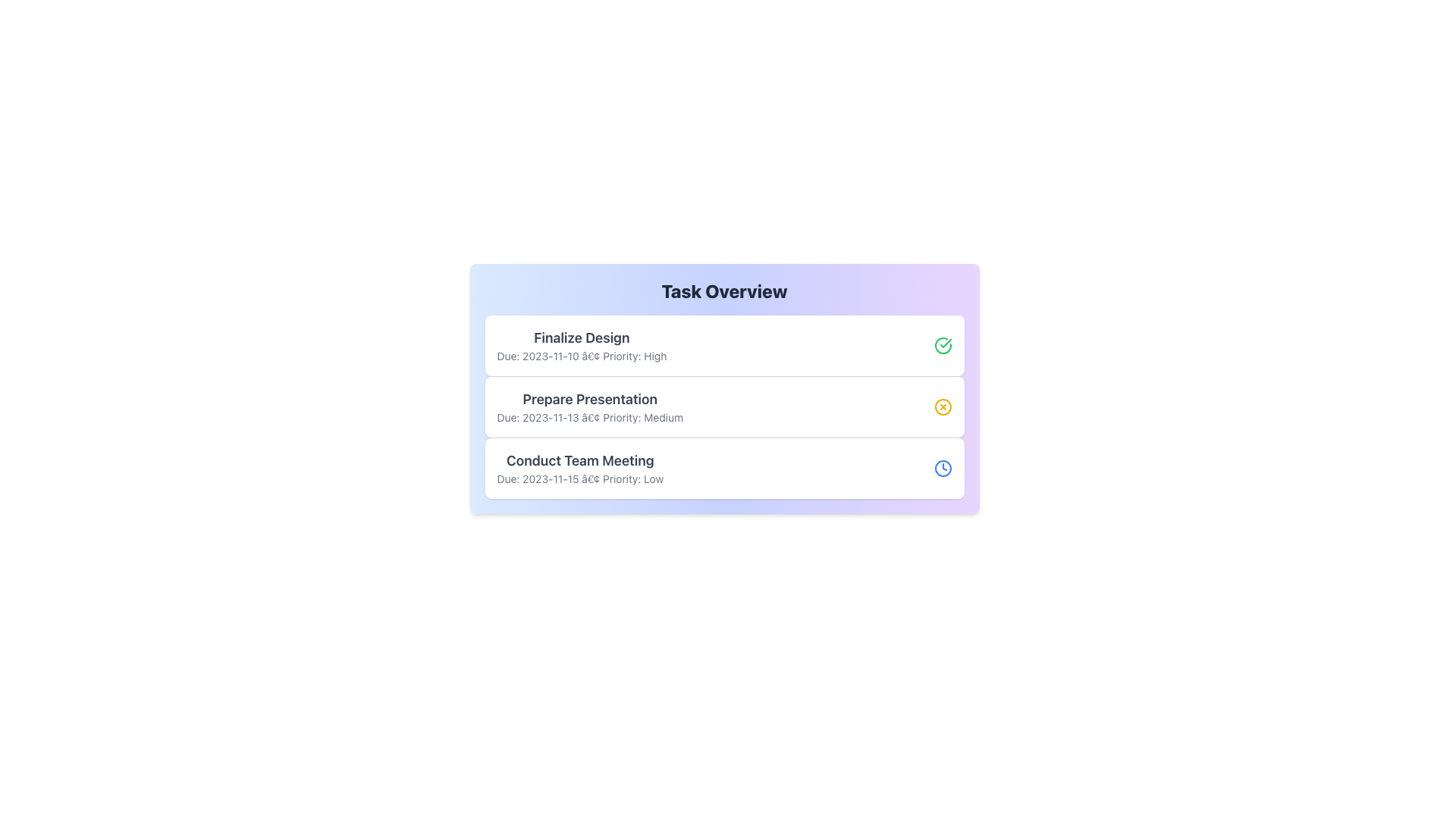  Describe the element at coordinates (589, 399) in the screenshot. I see `the Text Label that serves as the title of the second task item, located between 'Finalize Design' and 'Conduct Team Meeting'` at that location.